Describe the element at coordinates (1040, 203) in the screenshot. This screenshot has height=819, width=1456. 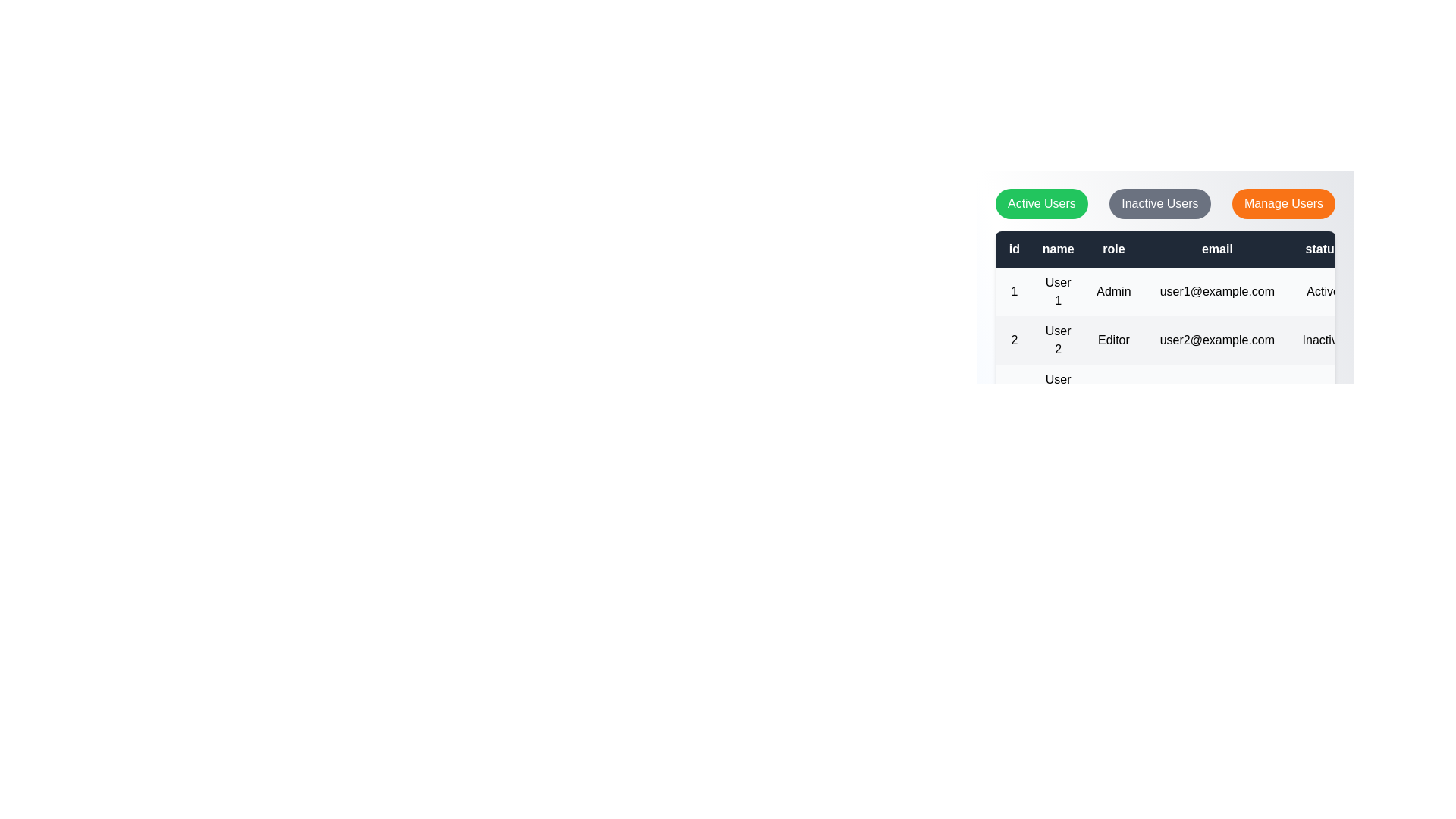
I see `the 'Active Users' button to filter the table by active users` at that location.